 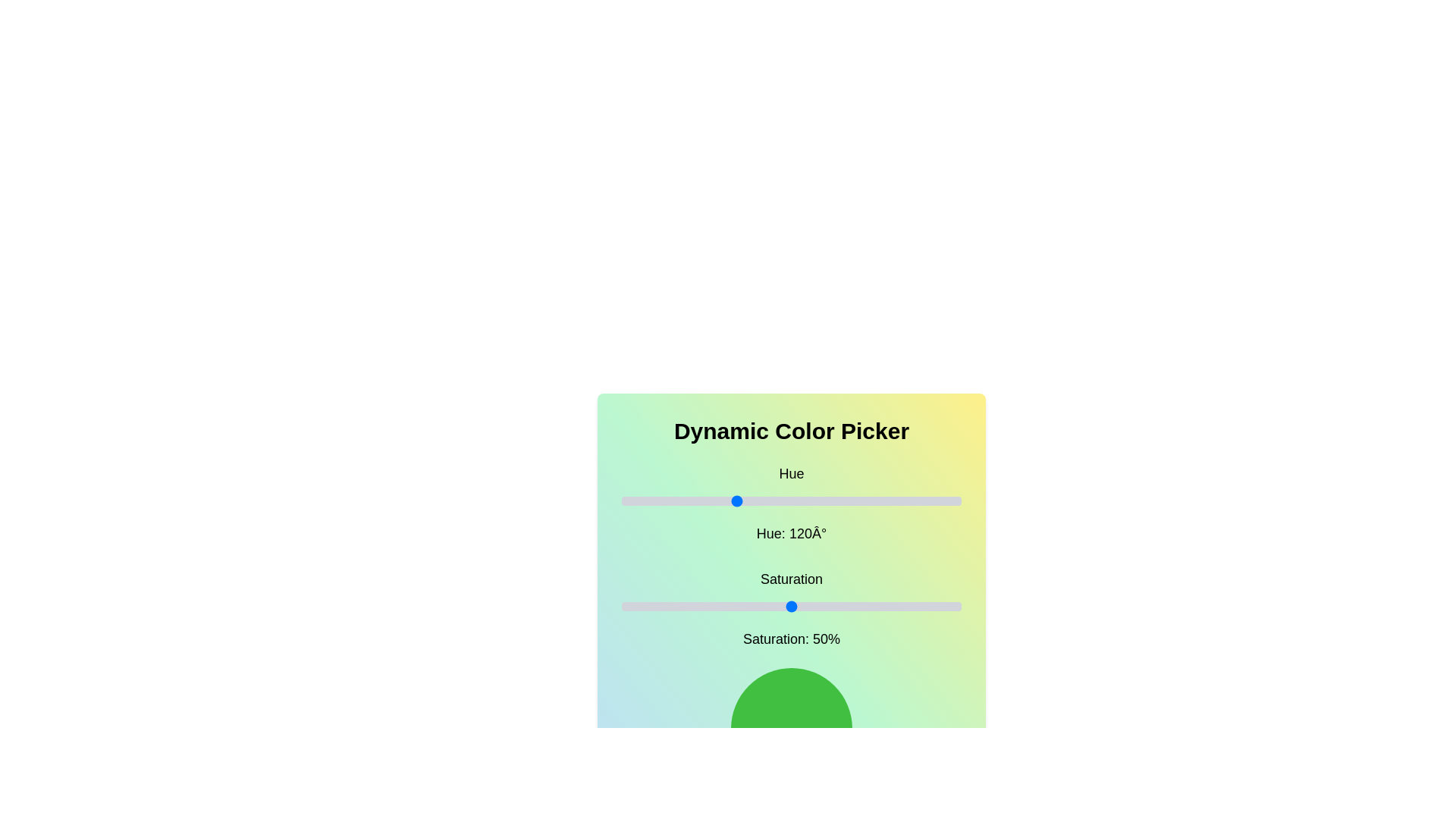 What do you see at coordinates (930, 605) in the screenshot?
I see `the saturation slider to set the saturation to 91%` at bounding box center [930, 605].